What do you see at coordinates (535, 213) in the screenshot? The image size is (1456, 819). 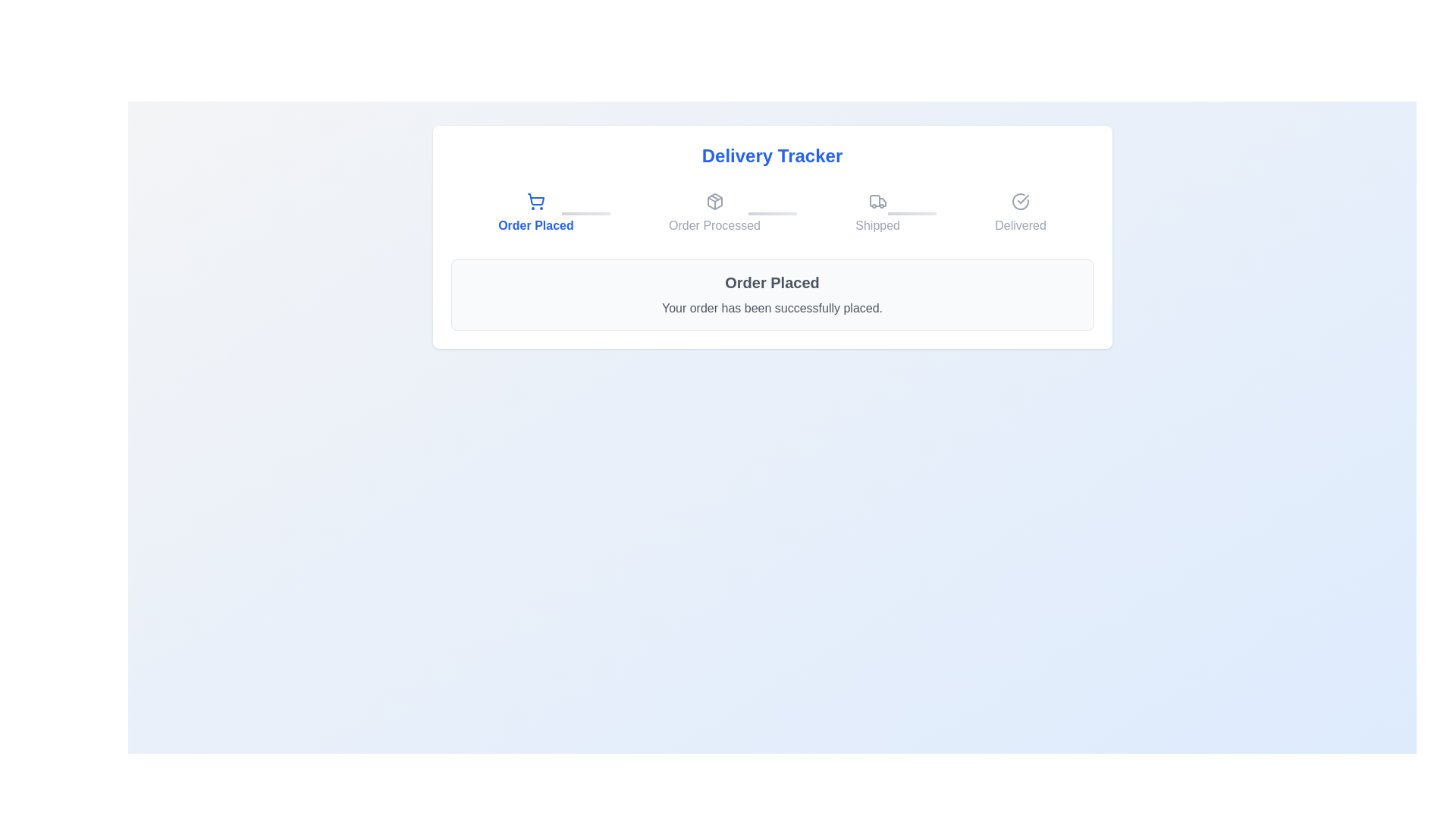 I see `the step icon corresponding to Order Placed to navigate to that step` at bounding box center [535, 213].